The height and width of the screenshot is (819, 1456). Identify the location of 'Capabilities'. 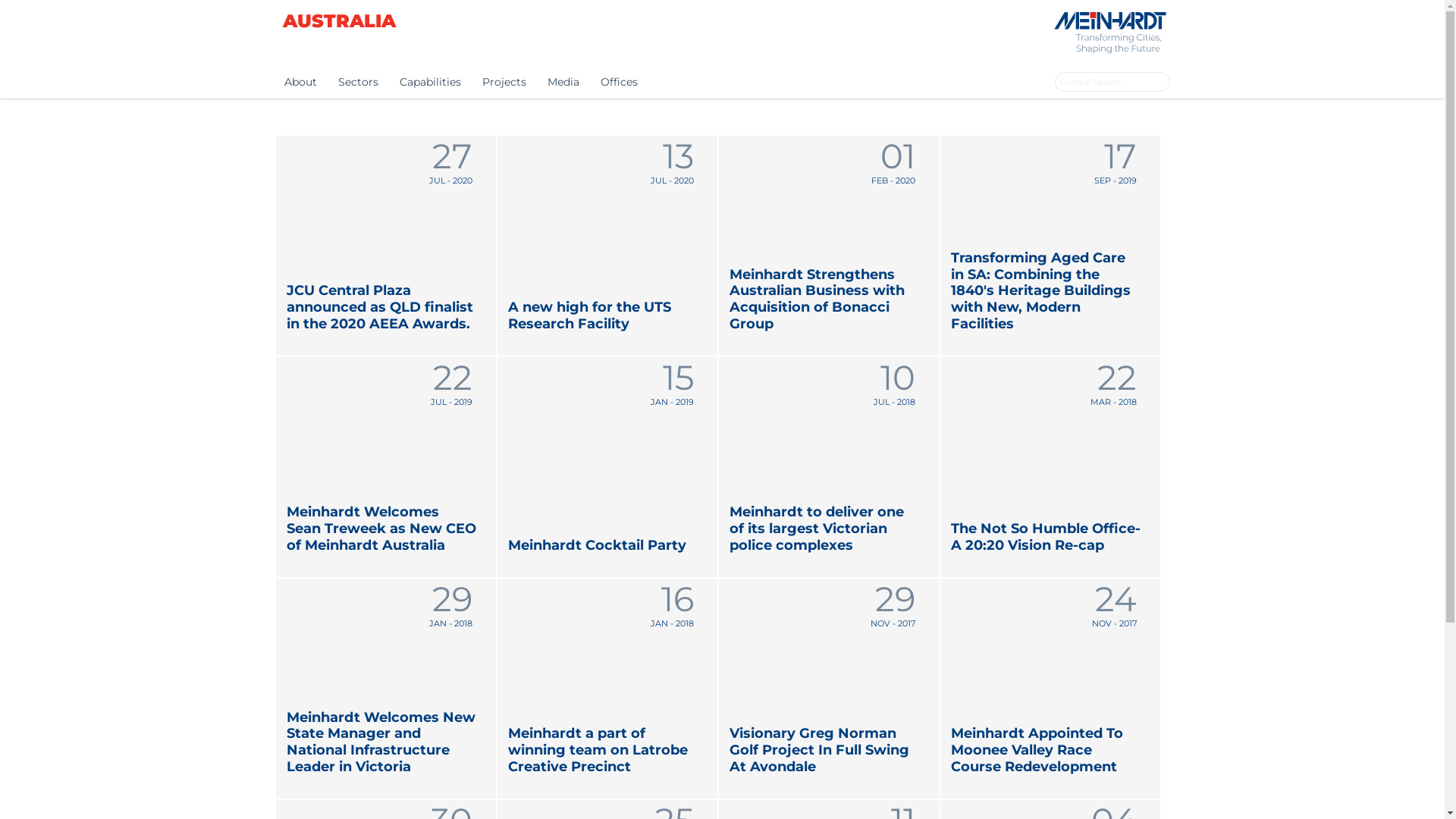
(428, 82).